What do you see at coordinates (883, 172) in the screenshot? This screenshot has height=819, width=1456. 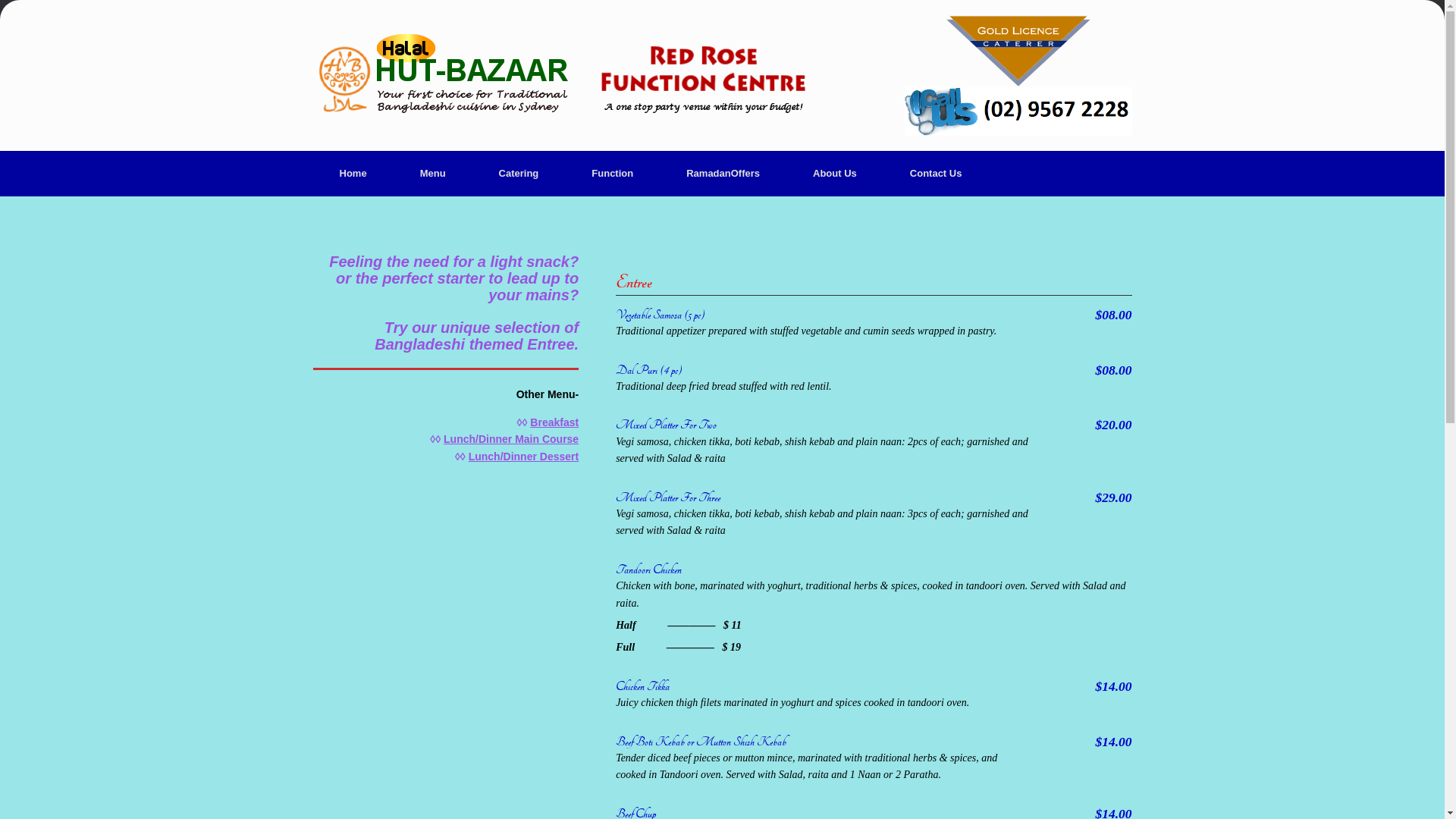 I see `'Contact Us'` at bounding box center [883, 172].